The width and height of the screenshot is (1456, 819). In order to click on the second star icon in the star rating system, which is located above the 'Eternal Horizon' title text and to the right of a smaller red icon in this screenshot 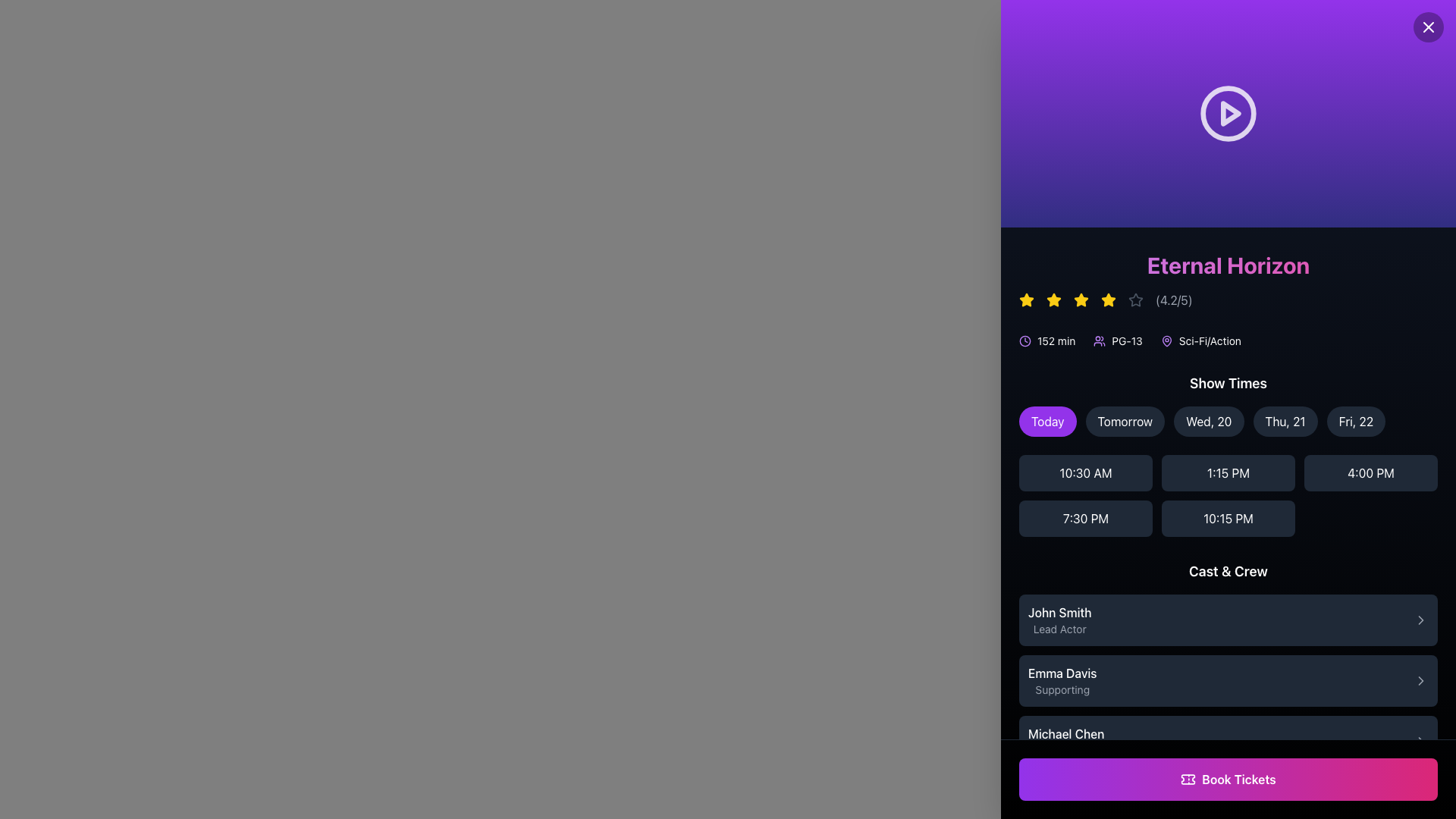, I will do `click(1026, 300)`.